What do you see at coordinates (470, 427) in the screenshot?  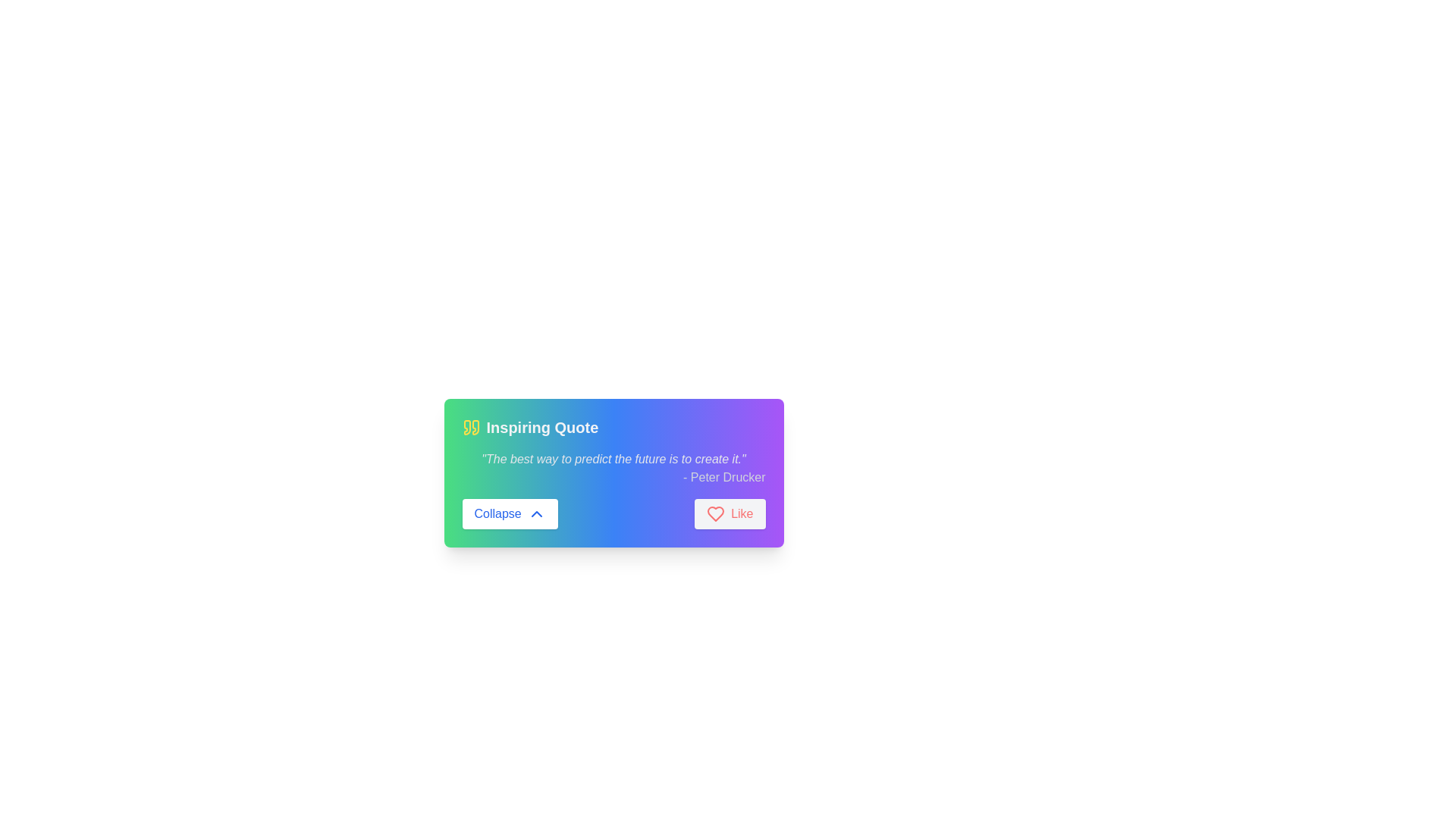 I see `the decorative icon representing the theme of a quote, which is positioned to the far left of the text 'Inspiring Quote' and slightly above the center vertically` at bounding box center [470, 427].